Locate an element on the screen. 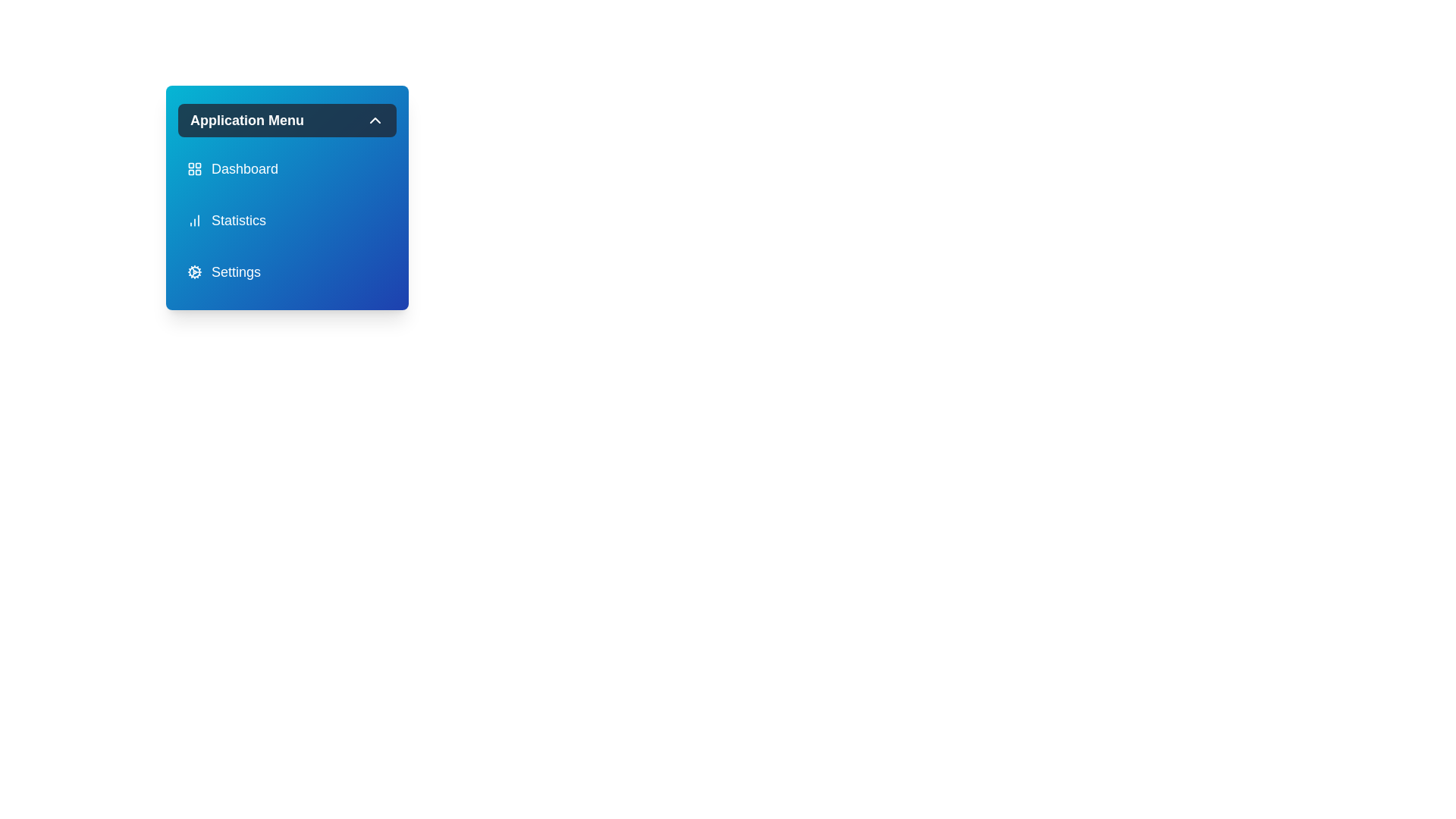 Image resolution: width=1456 pixels, height=819 pixels. the toggle button to toggle the menu visibility is located at coordinates (287, 119).